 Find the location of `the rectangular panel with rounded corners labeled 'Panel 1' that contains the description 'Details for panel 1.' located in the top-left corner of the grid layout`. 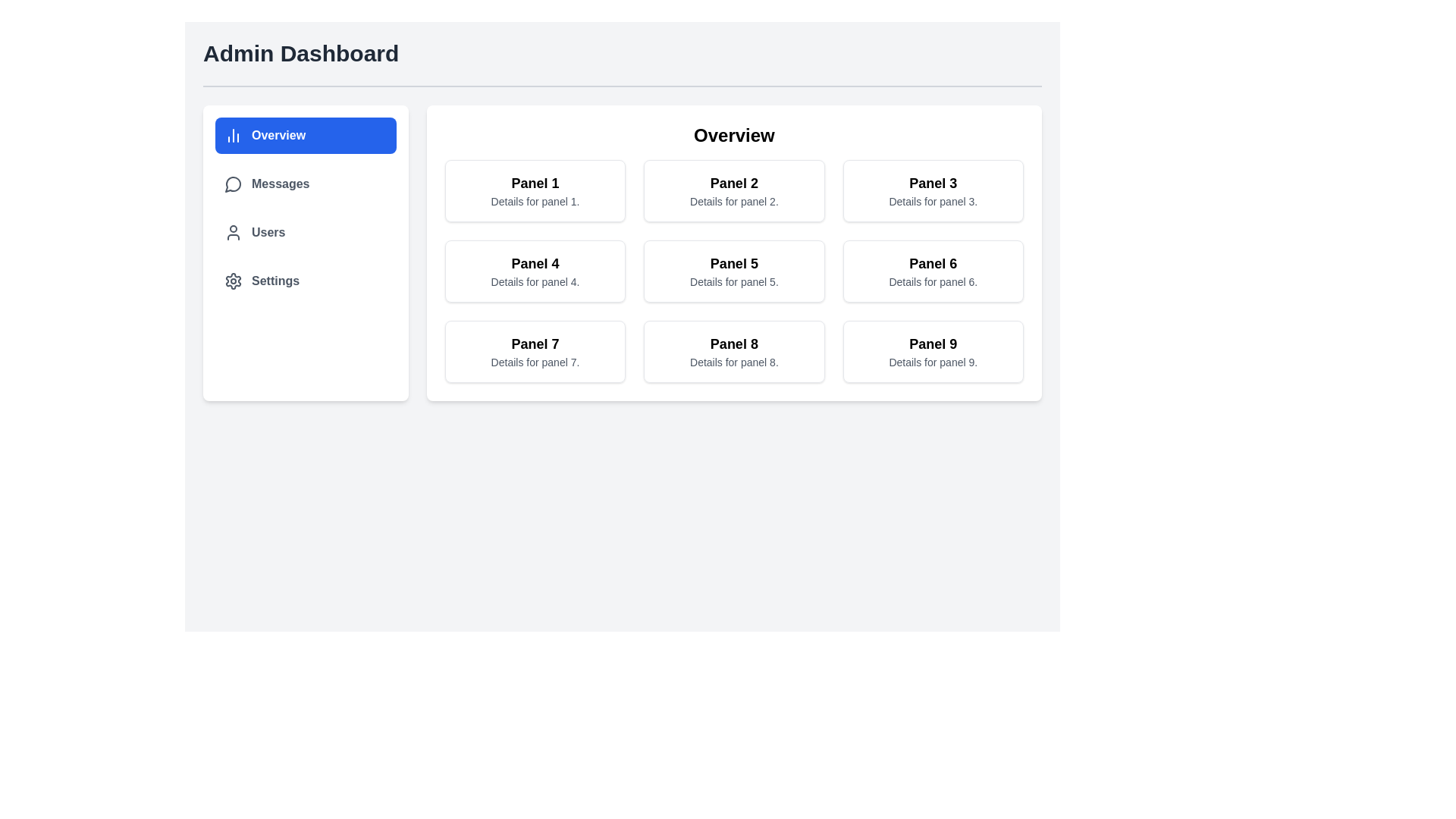

the rectangular panel with rounded corners labeled 'Panel 1' that contains the description 'Details for panel 1.' located in the top-left corner of the grid layout is located at coordinates (535, 190).